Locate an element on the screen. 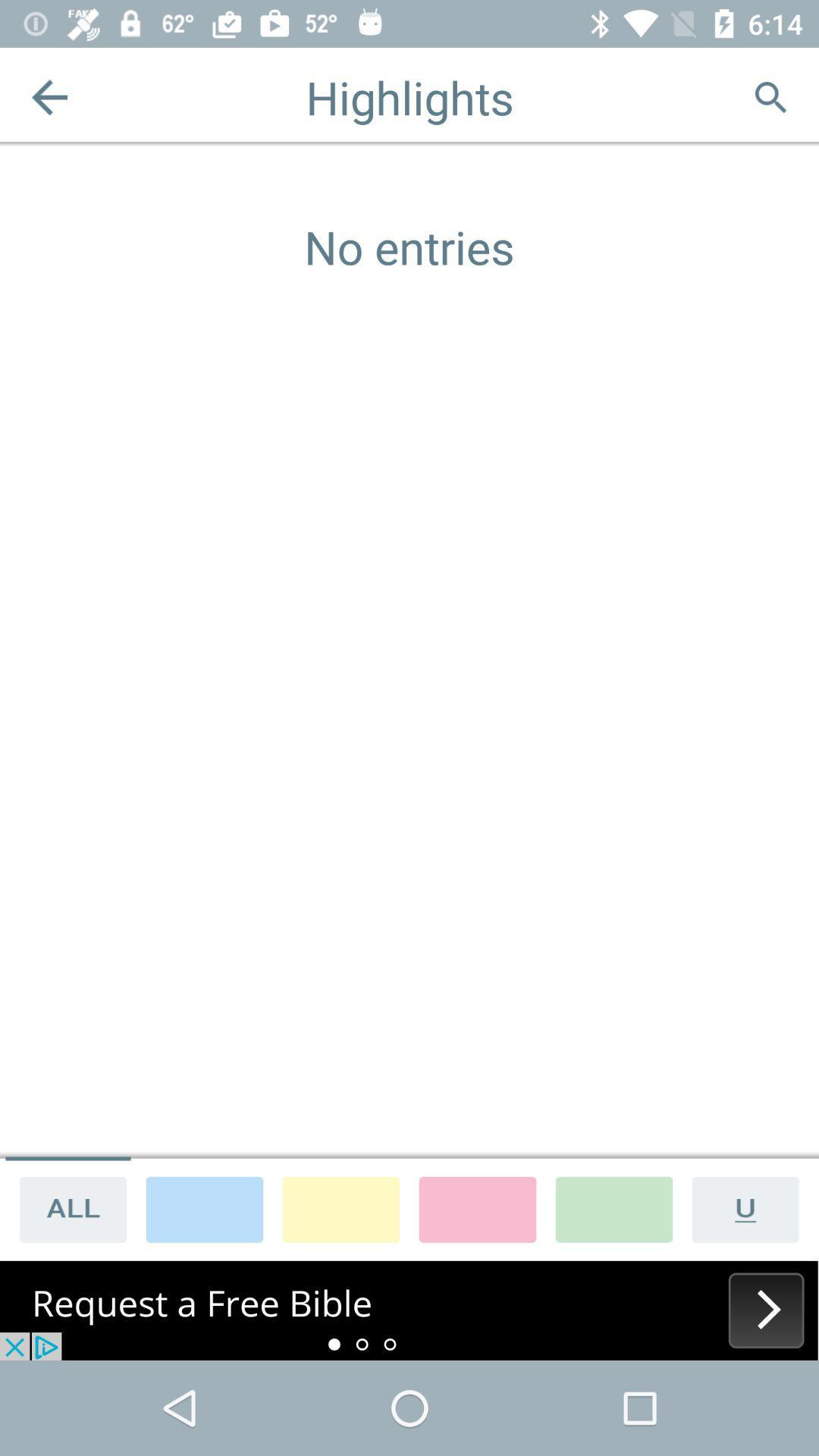  underline text option is located at coordinates (751, 1208).